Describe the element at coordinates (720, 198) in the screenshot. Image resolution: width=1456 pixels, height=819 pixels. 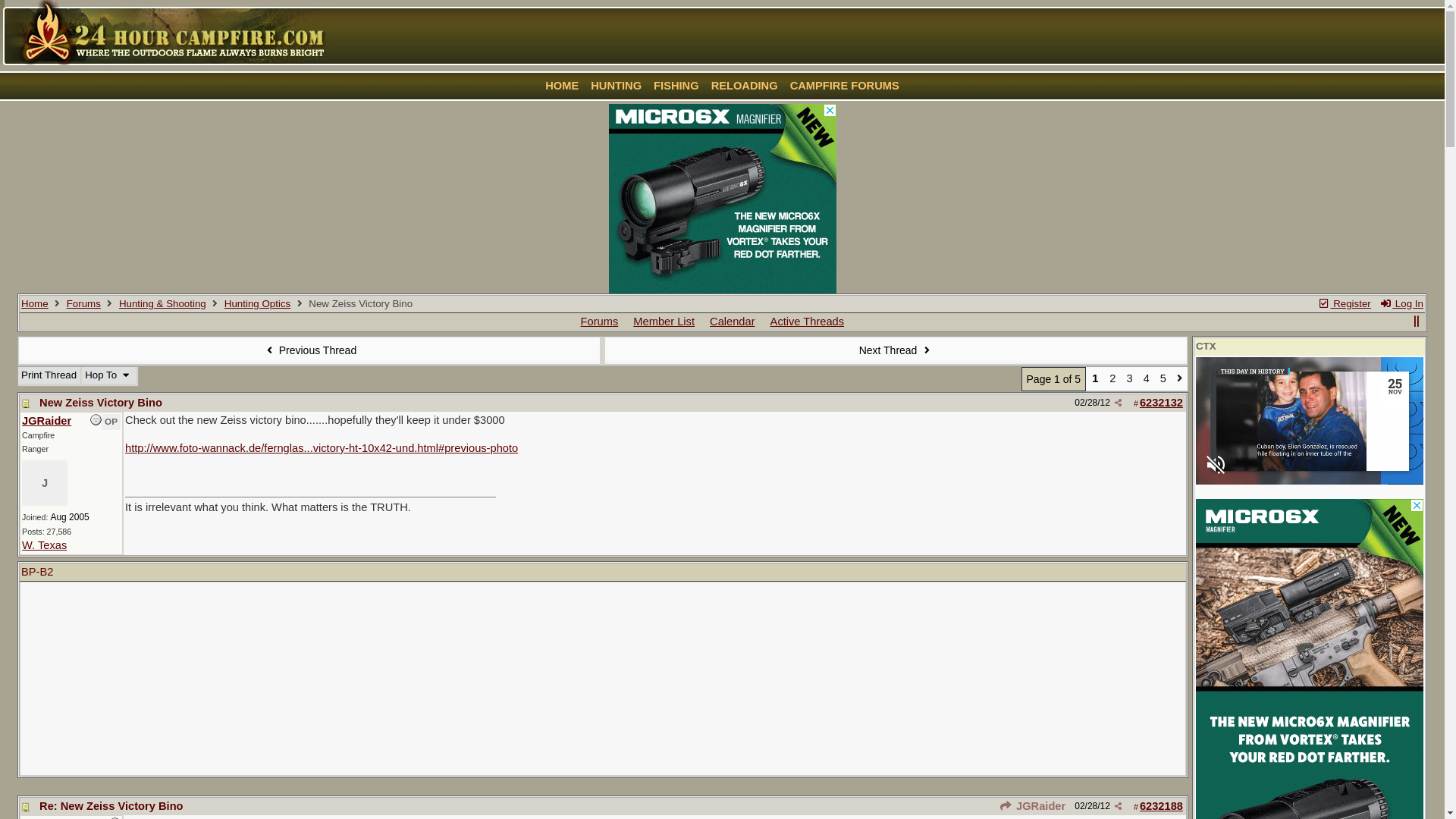
I see `'3rd party ad content'` at that location.